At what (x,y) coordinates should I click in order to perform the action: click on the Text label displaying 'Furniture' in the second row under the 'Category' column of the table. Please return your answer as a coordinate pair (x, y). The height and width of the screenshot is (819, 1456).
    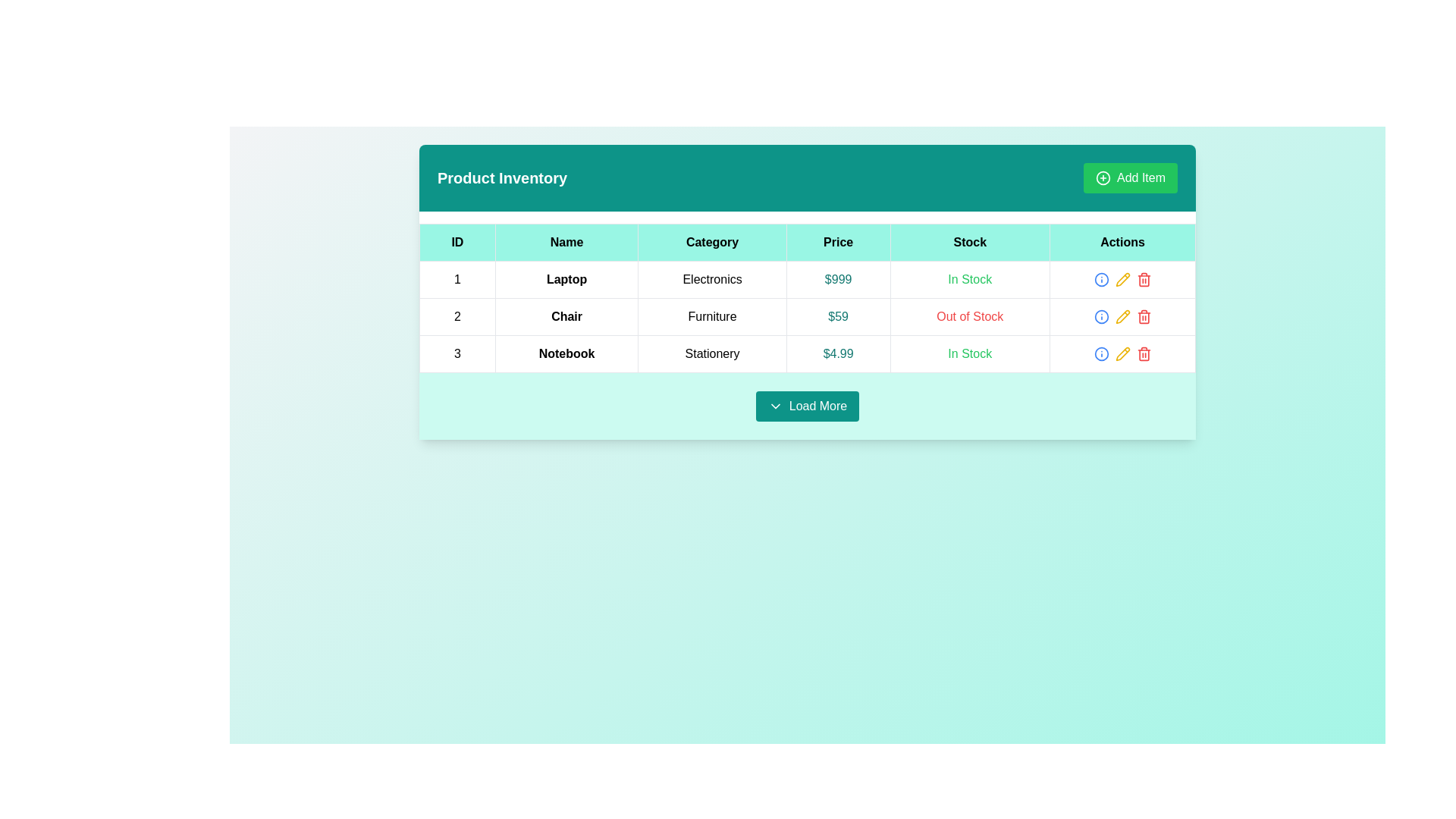
    Looking at the image, I should click on (711, 315).